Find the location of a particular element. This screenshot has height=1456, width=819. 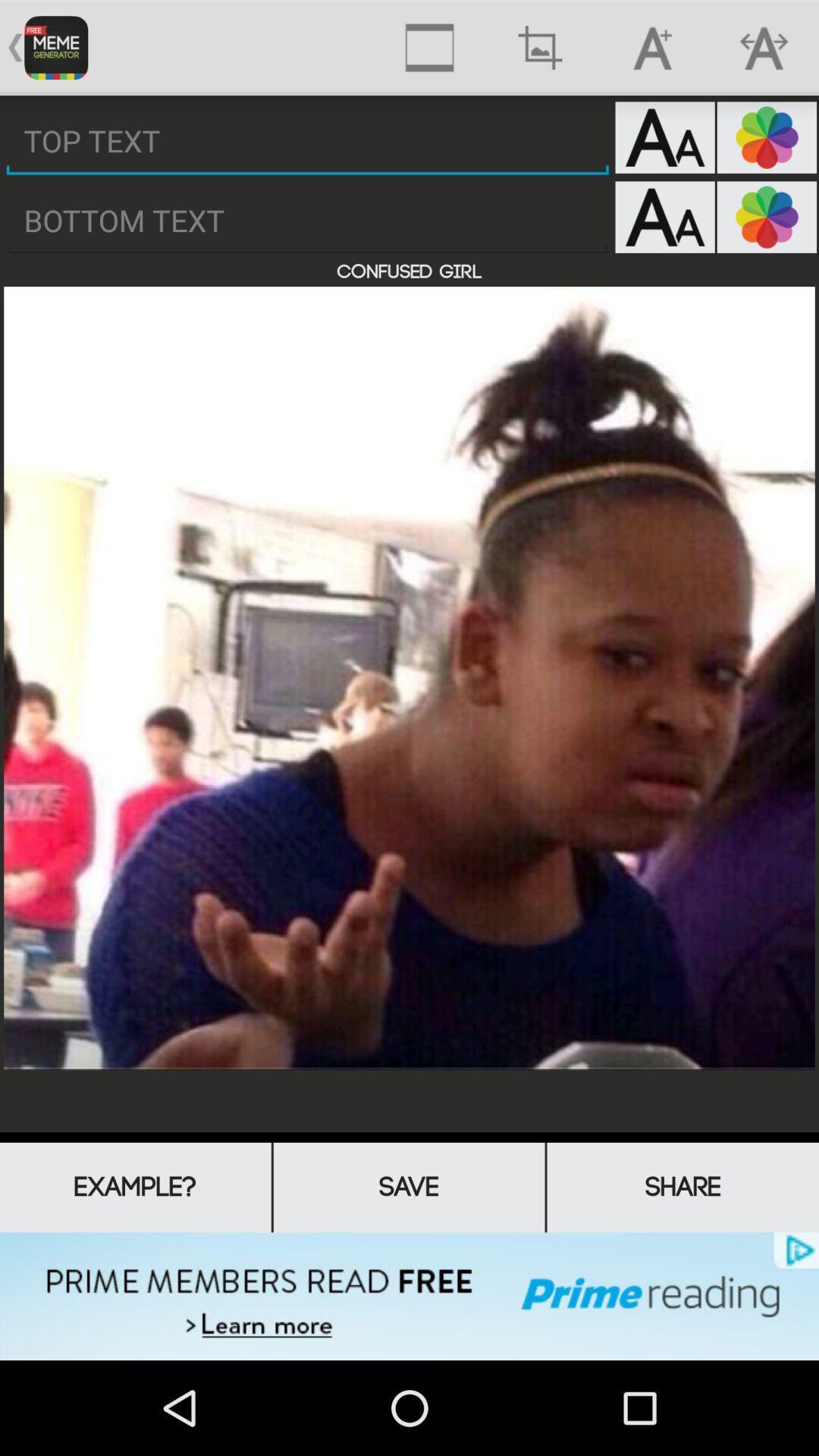

to write is located at coordinates (307, 220).